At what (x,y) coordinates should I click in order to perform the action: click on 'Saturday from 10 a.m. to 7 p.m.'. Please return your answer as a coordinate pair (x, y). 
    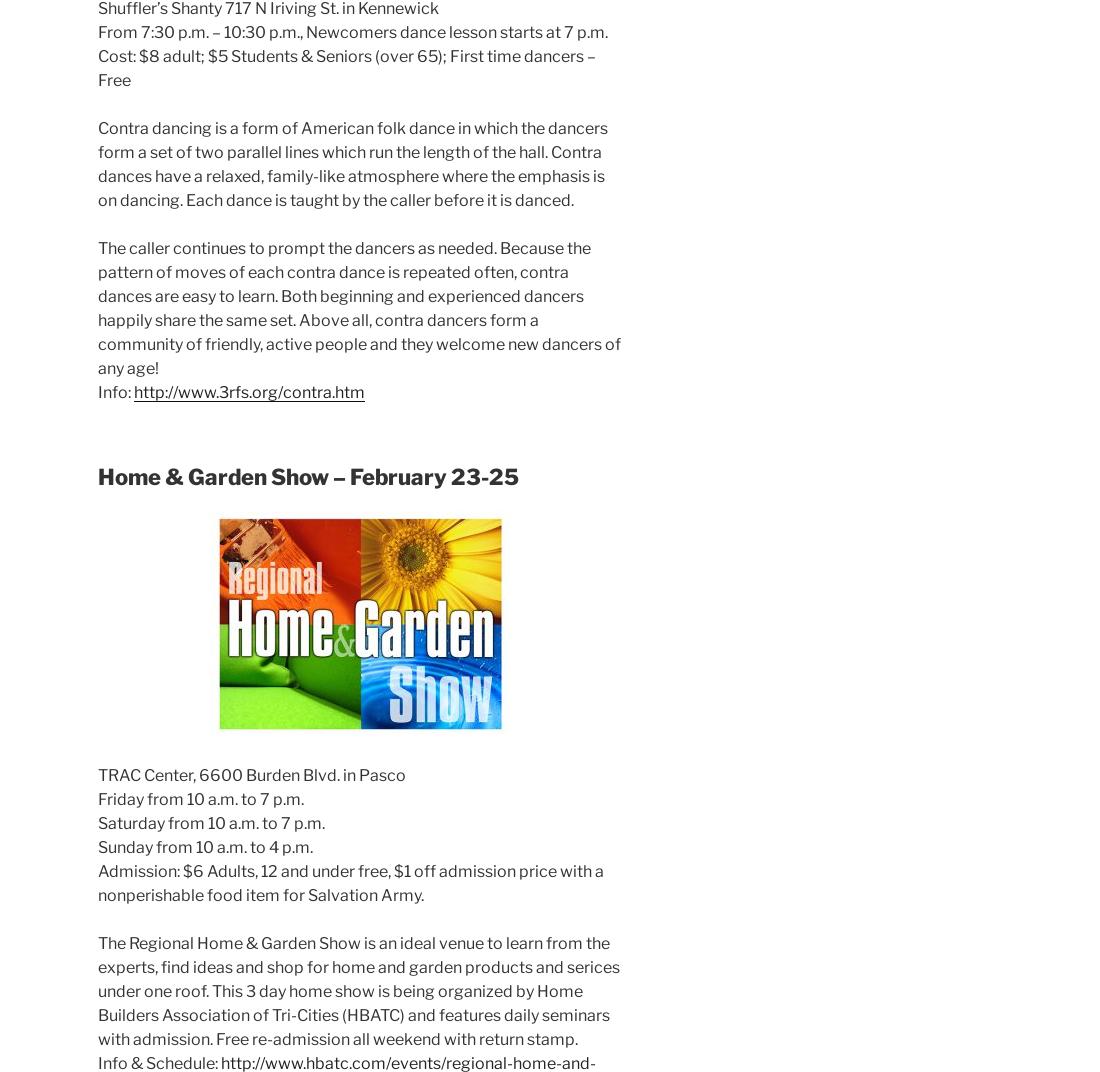
    Looking at the image, I should click on (211, 821).